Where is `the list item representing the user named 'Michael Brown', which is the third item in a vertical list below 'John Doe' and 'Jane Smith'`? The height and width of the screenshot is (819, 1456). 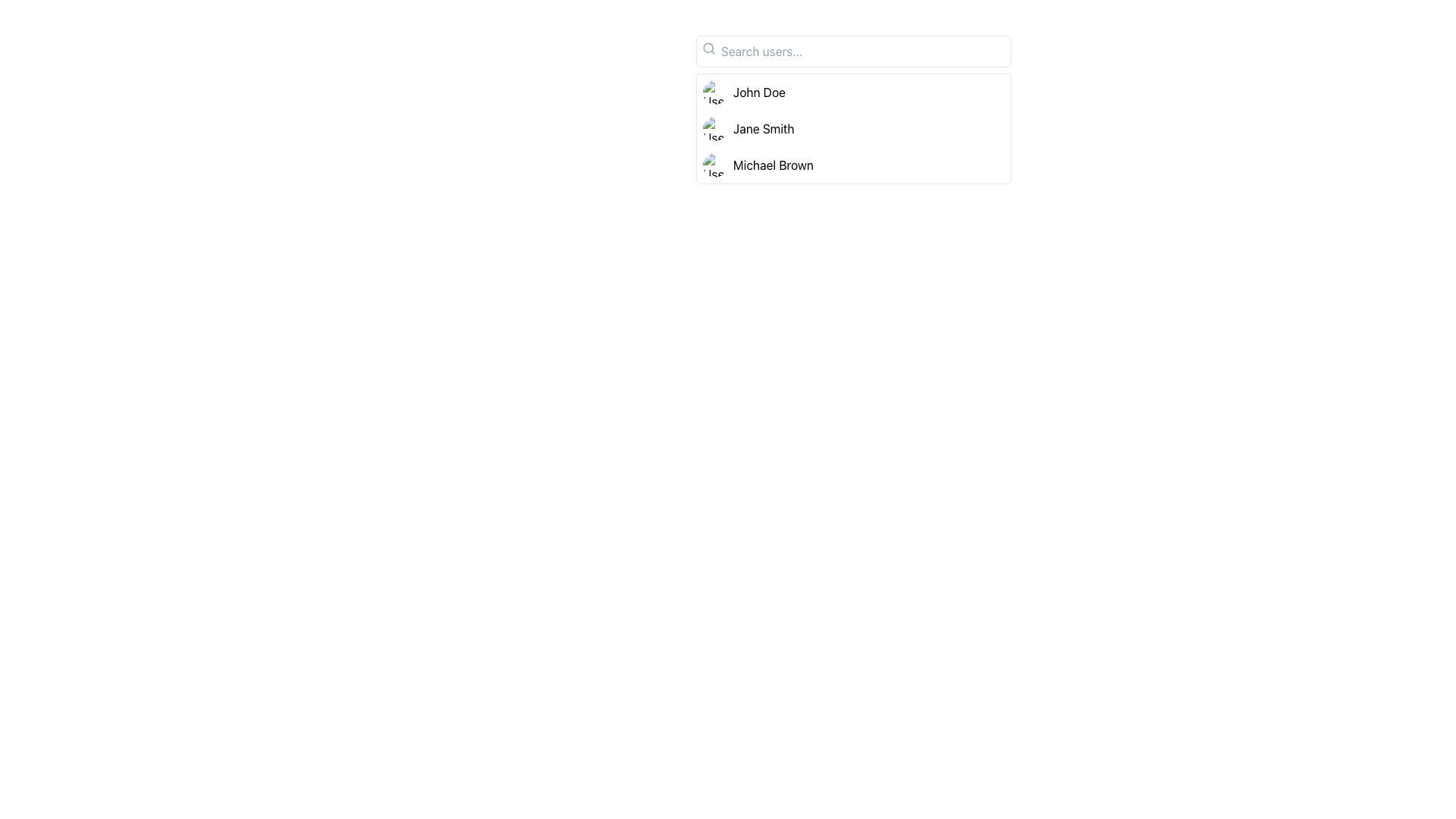 the list item representing the user named 'Michael Brown', which is the third item in a vertical list below 'John Doe' and 'Jane Smith' is located at coordinates (854, 165).